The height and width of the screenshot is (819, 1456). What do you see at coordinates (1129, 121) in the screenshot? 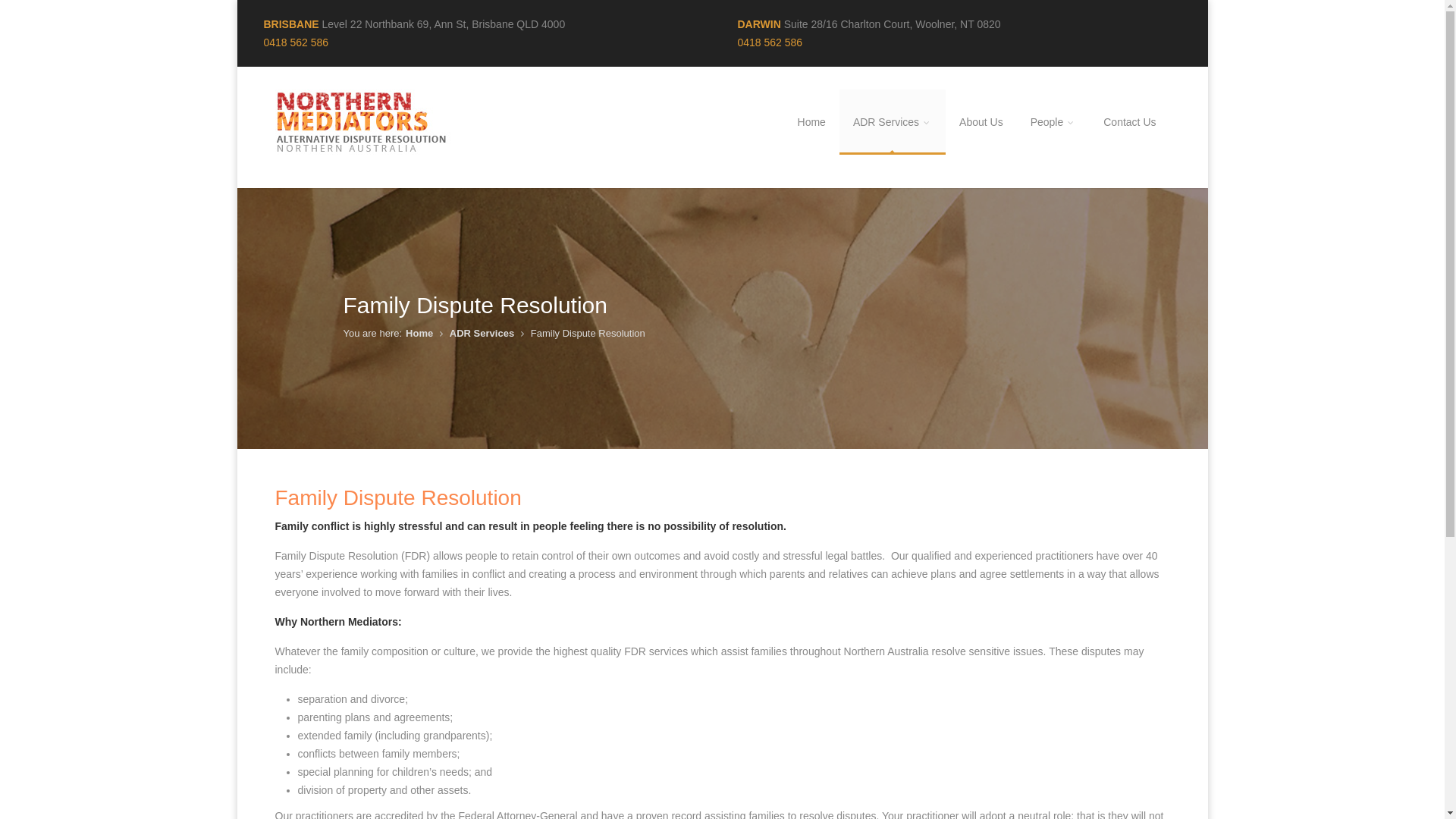
I see `'Contact Us'` at bounding box center [1129, 121].